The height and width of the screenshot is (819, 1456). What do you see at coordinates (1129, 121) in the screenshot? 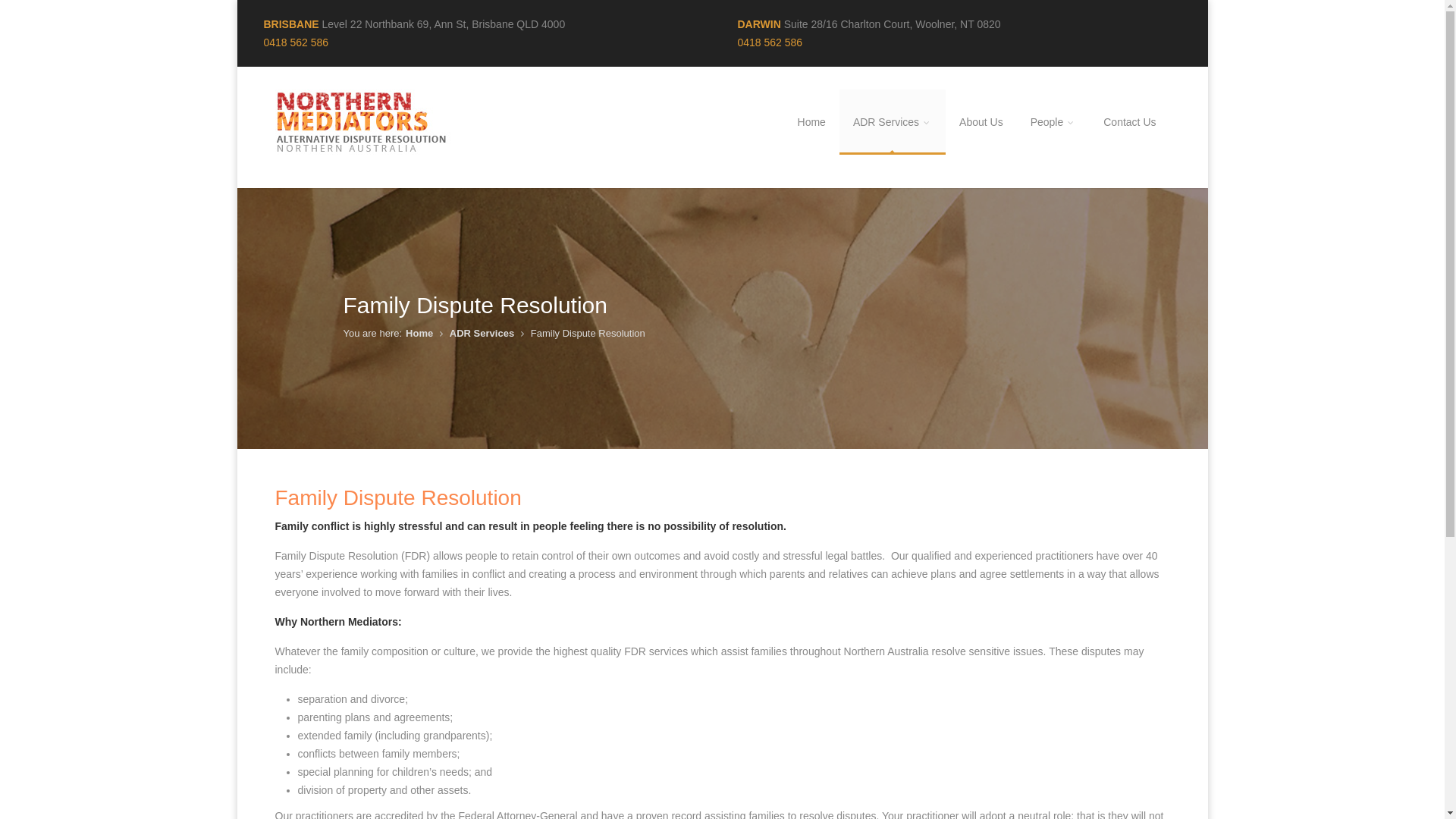
I see `'Contact Us'` at bounding box center [1129, 121].